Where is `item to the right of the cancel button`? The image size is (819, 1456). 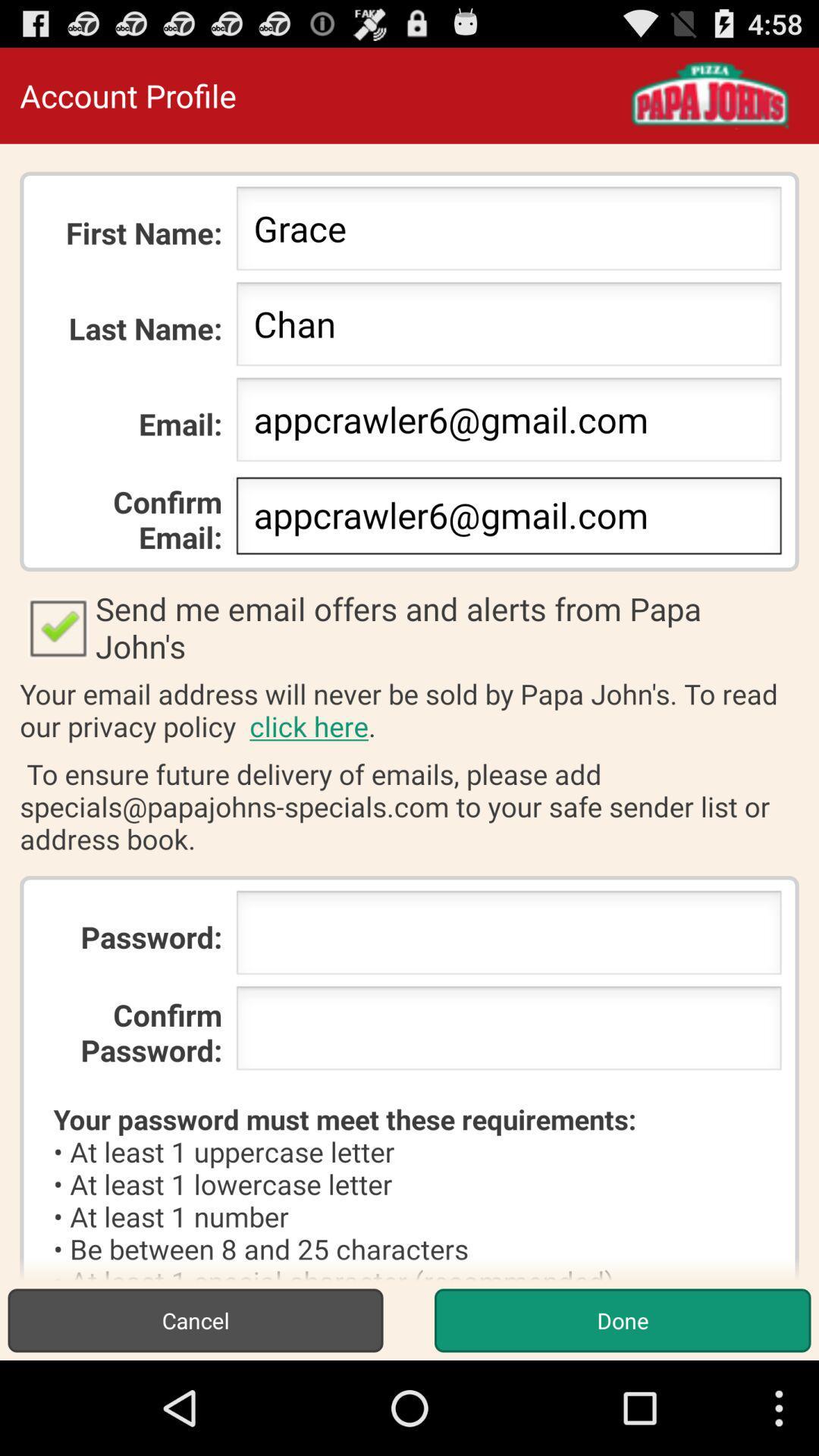
item to the right of the cancel button is located at coordinates (623, 1319).